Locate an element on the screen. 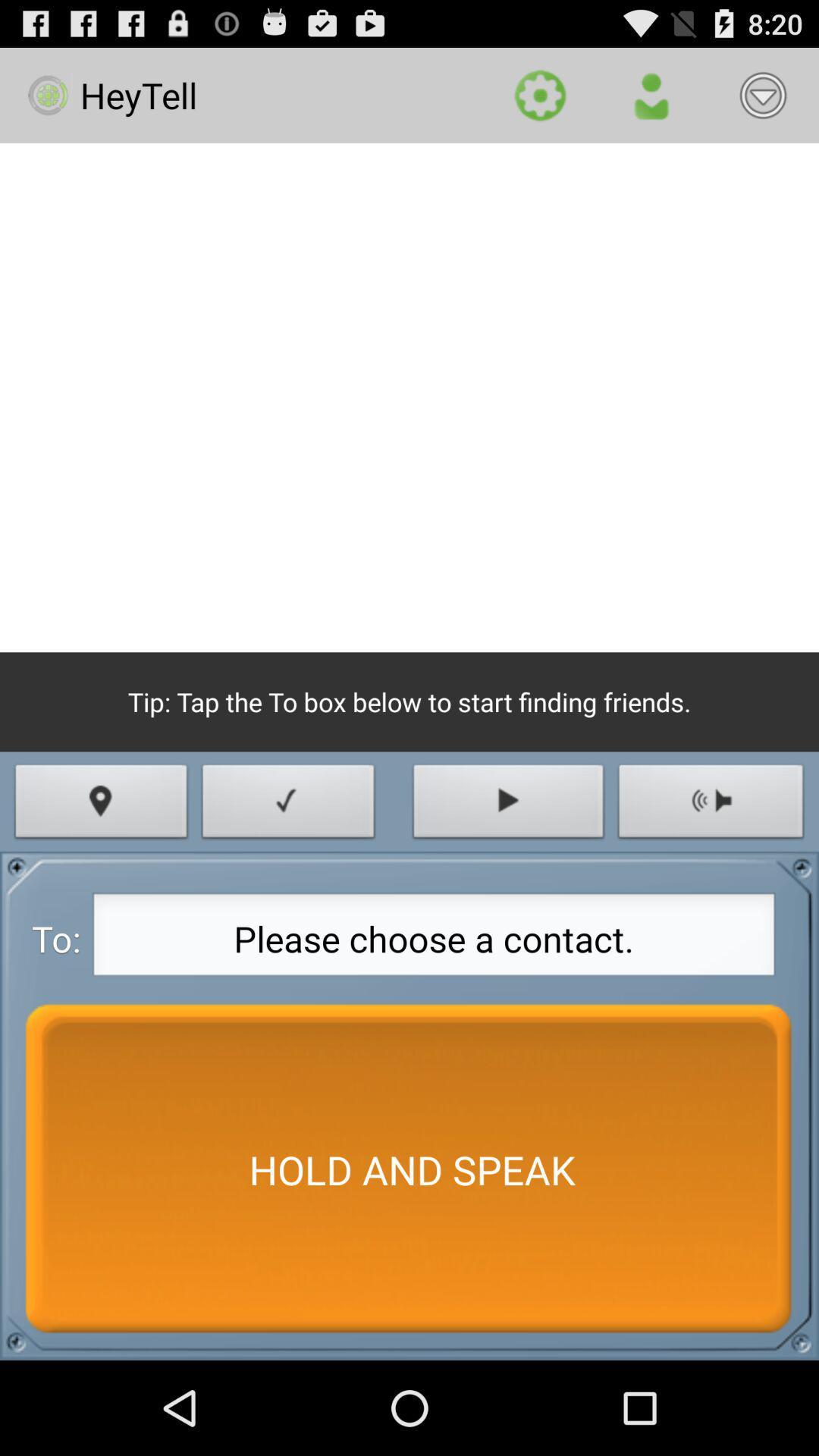 The width and height of the screenshot is (819, 1456). the icon to the right of heytell item is located at coordinates (539, 94).